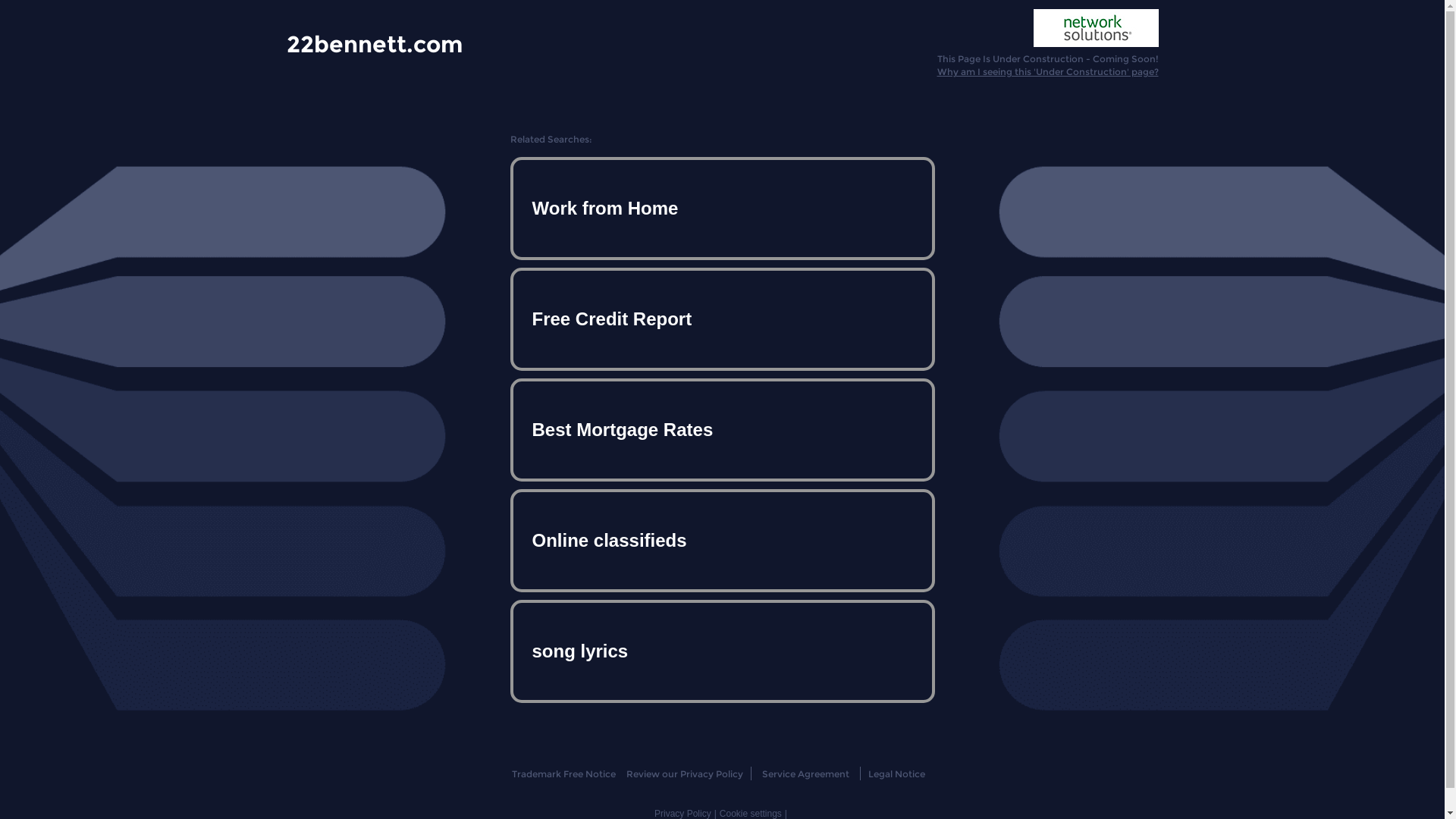  Describe the element at coordinates (683, 773) in the screenshot. I see `'Review our Privacy Policy'` at that location.